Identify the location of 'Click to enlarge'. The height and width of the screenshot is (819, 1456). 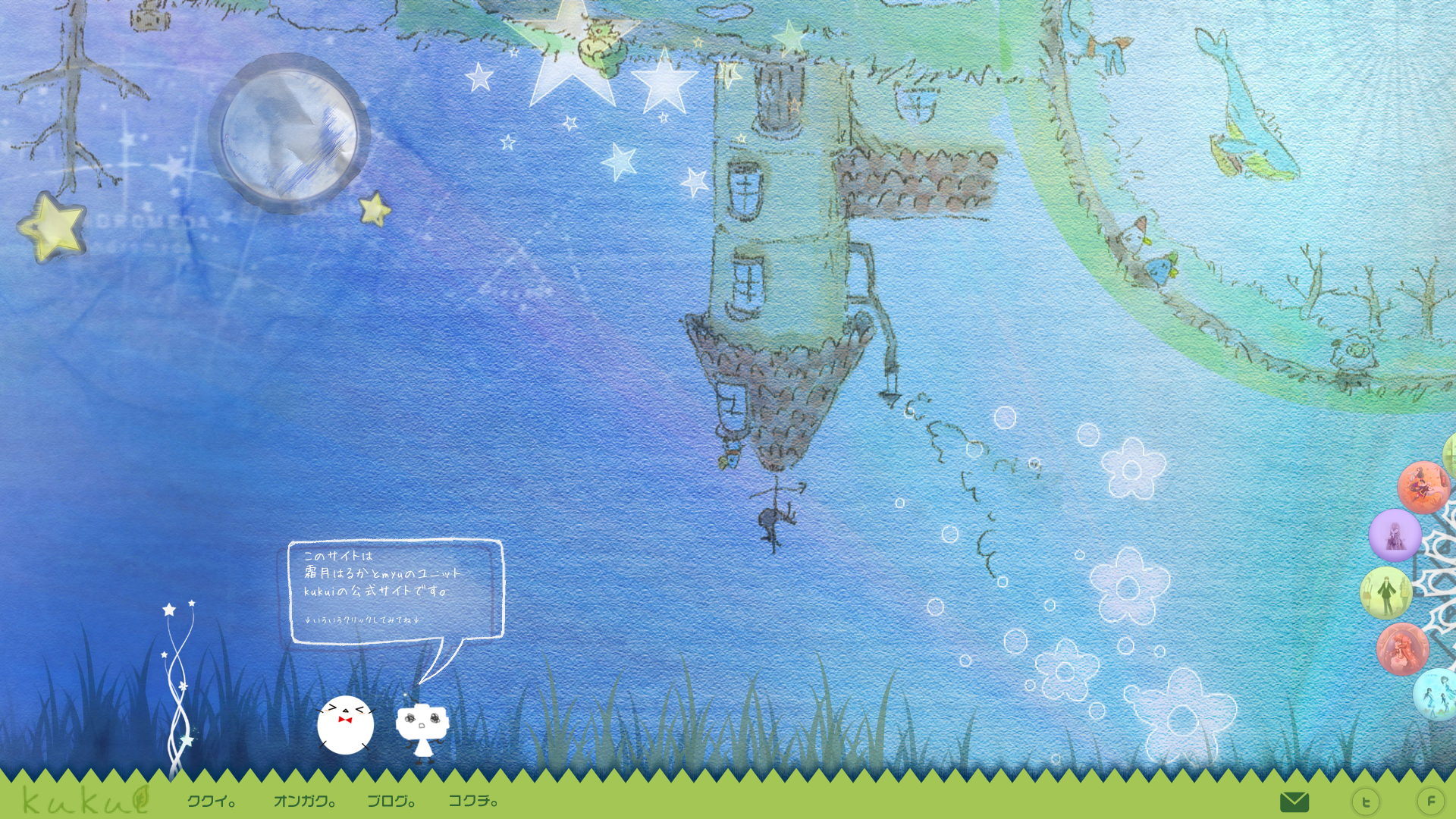
(1423, 488).